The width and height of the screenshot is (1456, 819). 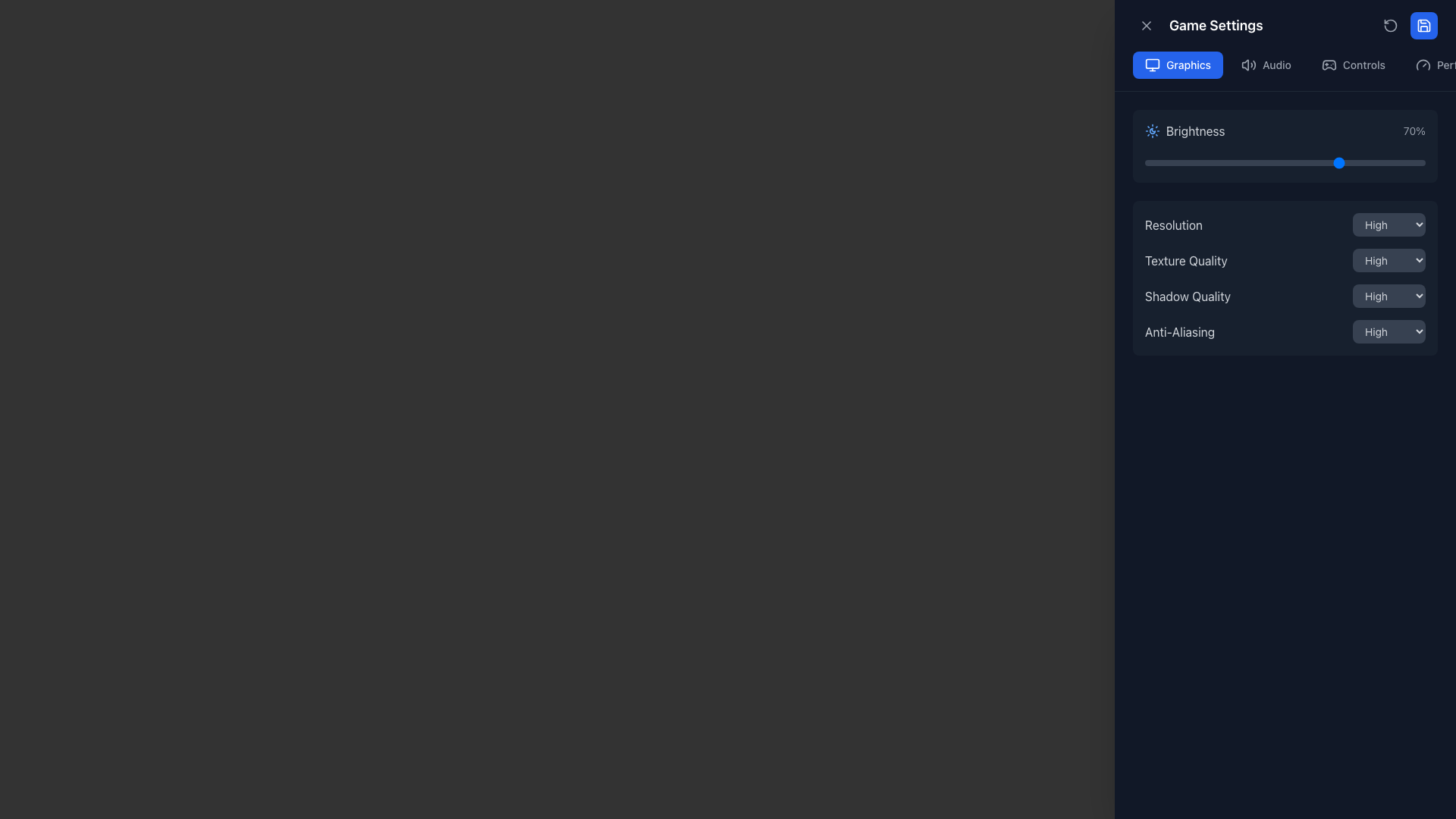 I want to click on the button that navigates to the Audio settings section, located, so click(x=1266, y=64).